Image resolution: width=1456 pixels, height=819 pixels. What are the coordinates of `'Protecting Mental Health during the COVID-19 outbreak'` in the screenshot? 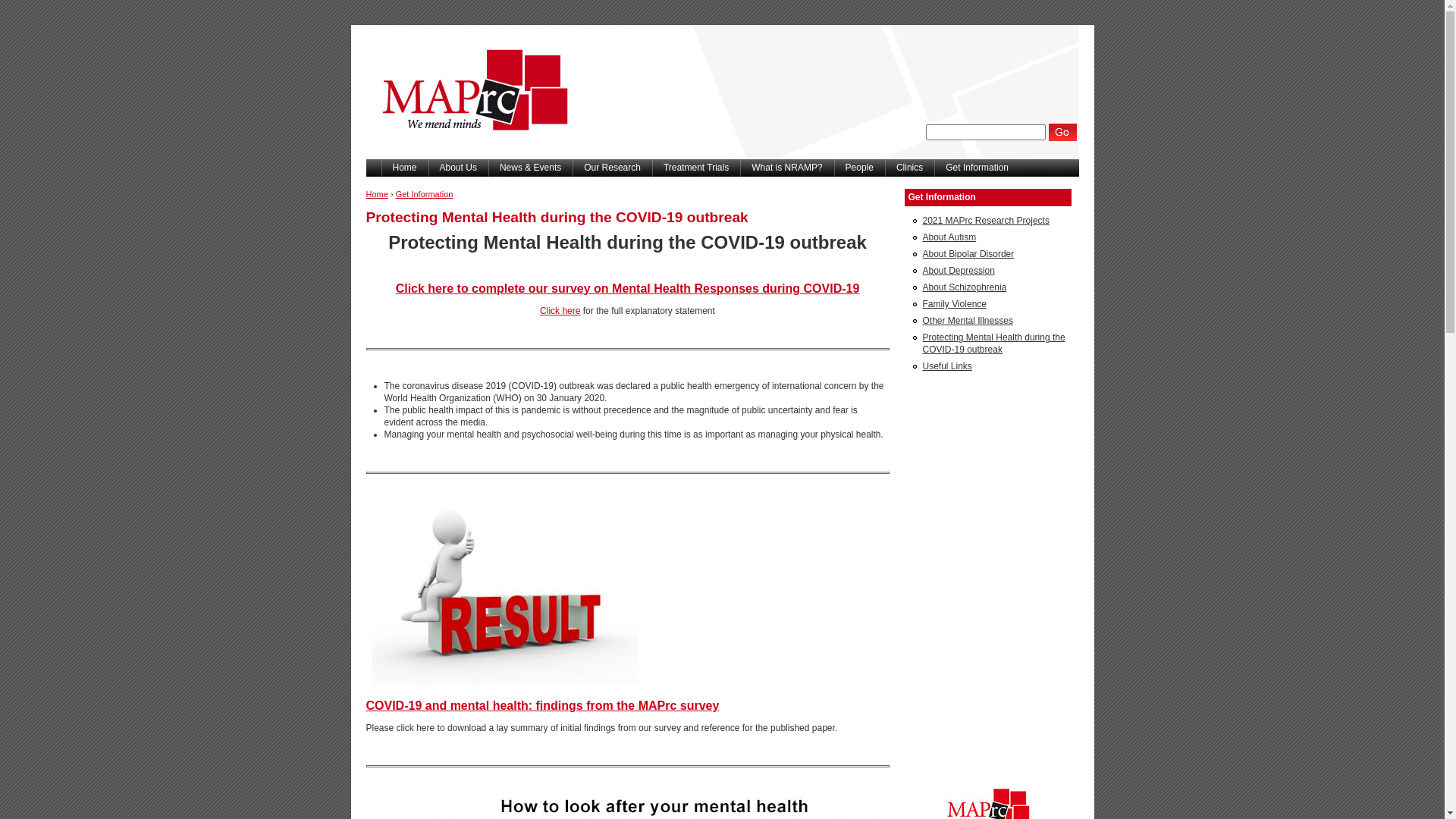 It's located at (921, 343).